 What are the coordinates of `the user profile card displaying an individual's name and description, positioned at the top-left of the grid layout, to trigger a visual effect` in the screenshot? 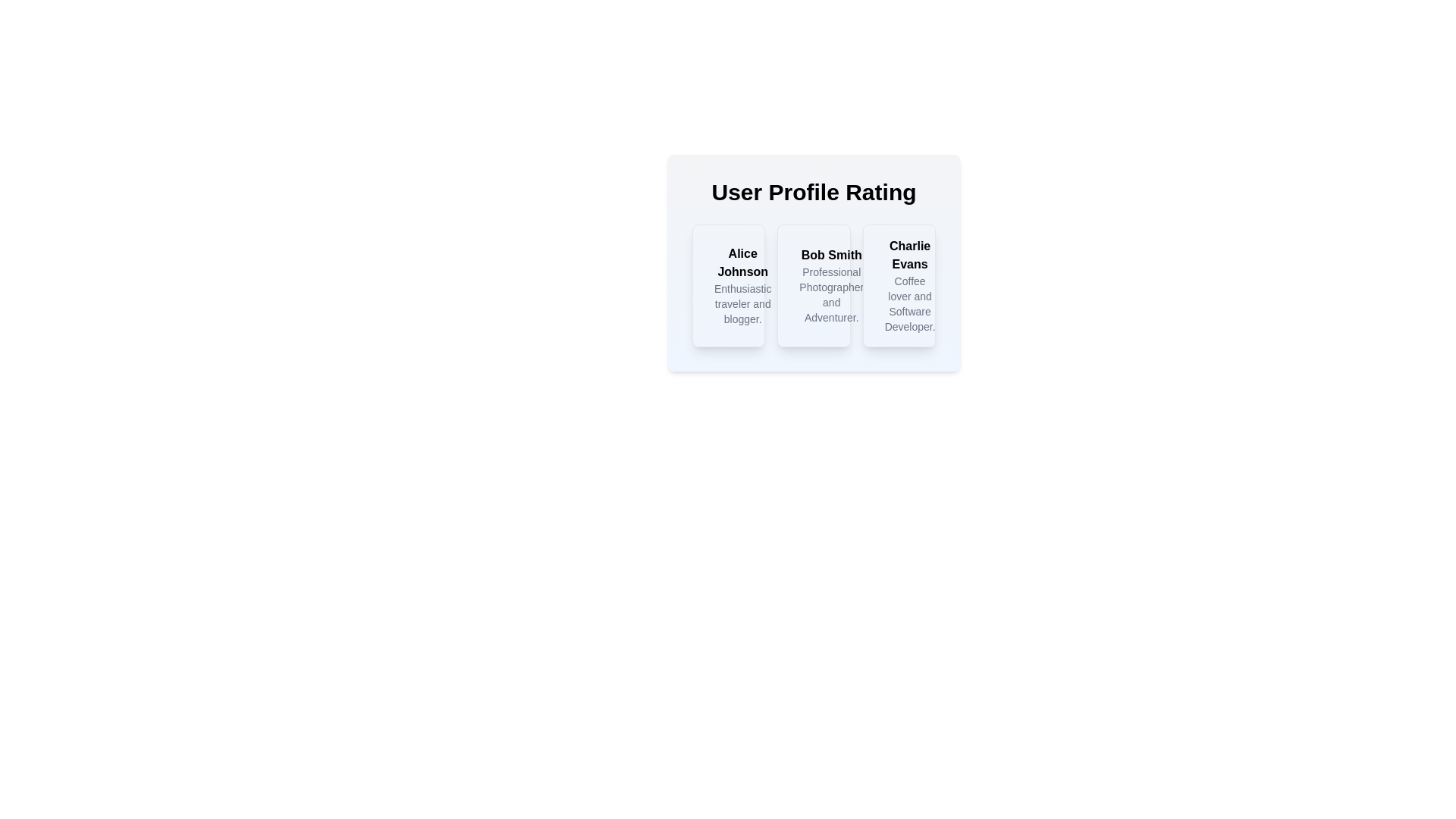 It's located at (729, 286).